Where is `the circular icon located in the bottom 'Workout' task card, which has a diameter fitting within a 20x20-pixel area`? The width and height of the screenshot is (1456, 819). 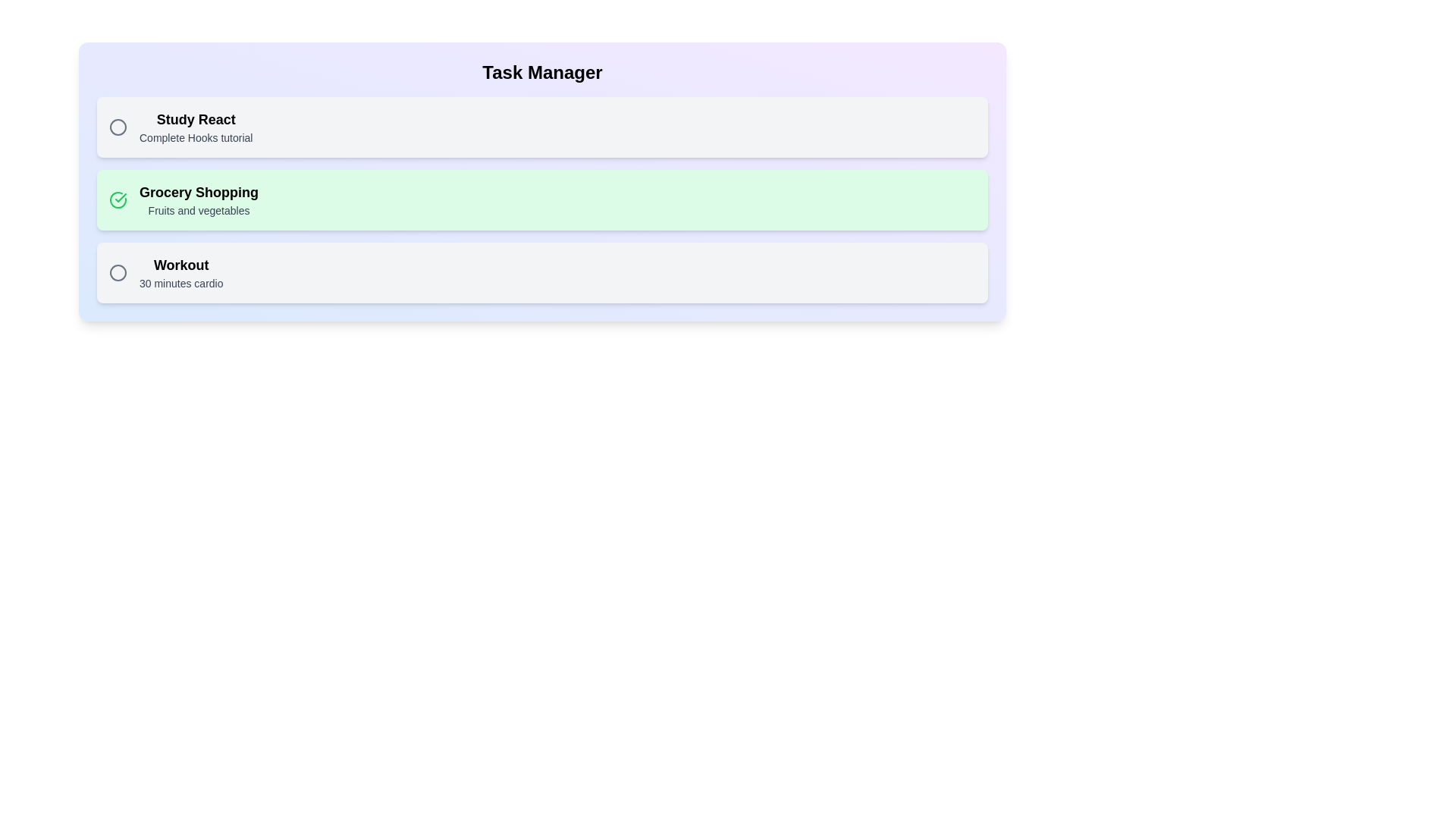
the circular icon located in the bottom 'Workout' task card, which has a diameter fitting within a 20x20-pixel area is located at coordinates (118, 271).